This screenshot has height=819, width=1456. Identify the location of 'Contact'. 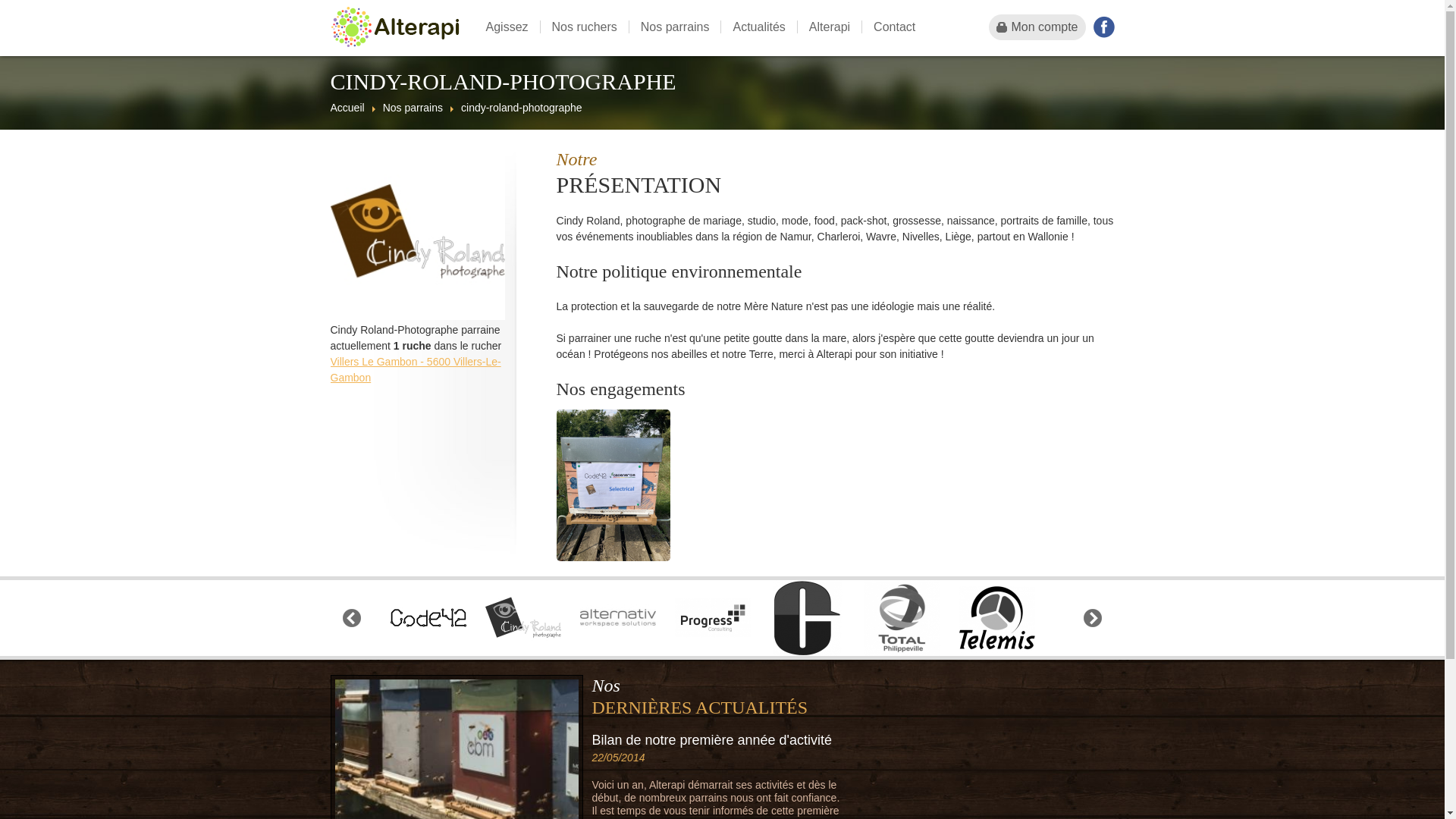
(894, 27).